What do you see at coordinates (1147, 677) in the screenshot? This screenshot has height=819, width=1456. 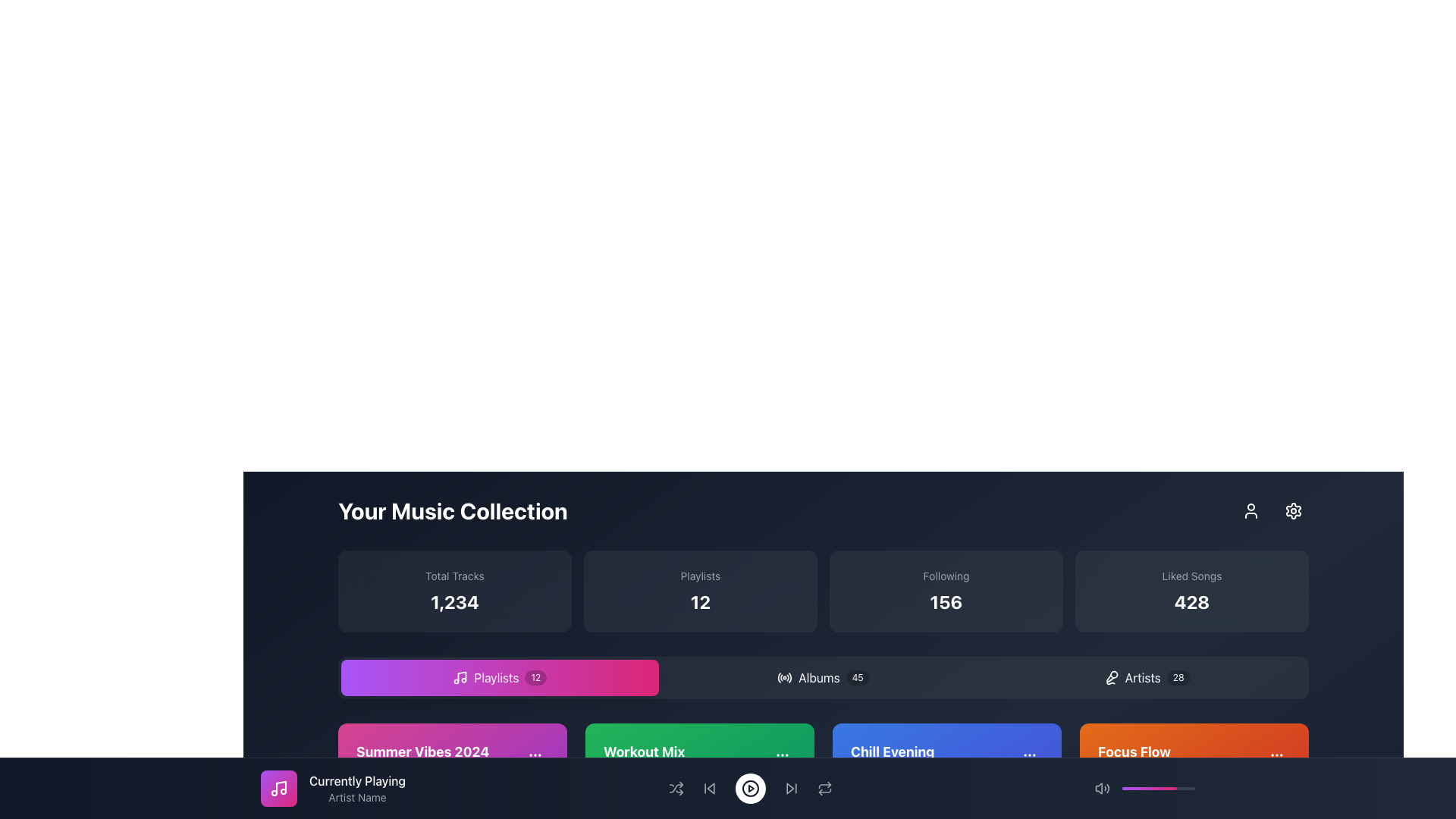 I see `the 'Artists' button, which has a dark background, lighter text, and a microphone icon with a count of '28' in a badge, located on the rightmost side under 'Your Music Collection'` at bounding box center [1147, 677].